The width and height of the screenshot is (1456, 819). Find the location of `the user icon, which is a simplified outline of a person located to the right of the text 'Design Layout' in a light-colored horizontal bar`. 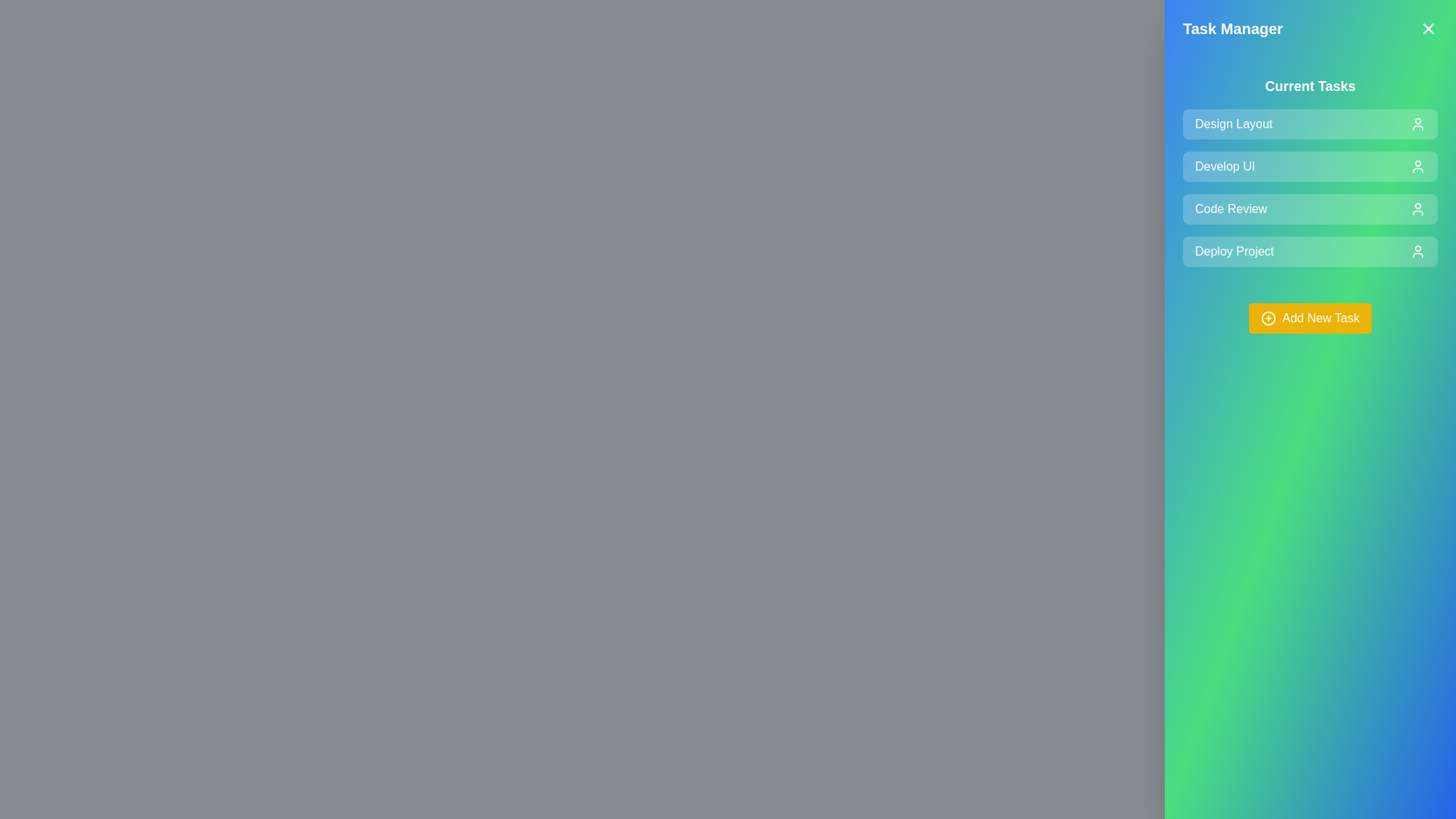

the user icon, which is a simplified outline of a person located to the right of the text 'Design Layout' in a light-colored horizontal bar is located at coordinates (1417, 124).